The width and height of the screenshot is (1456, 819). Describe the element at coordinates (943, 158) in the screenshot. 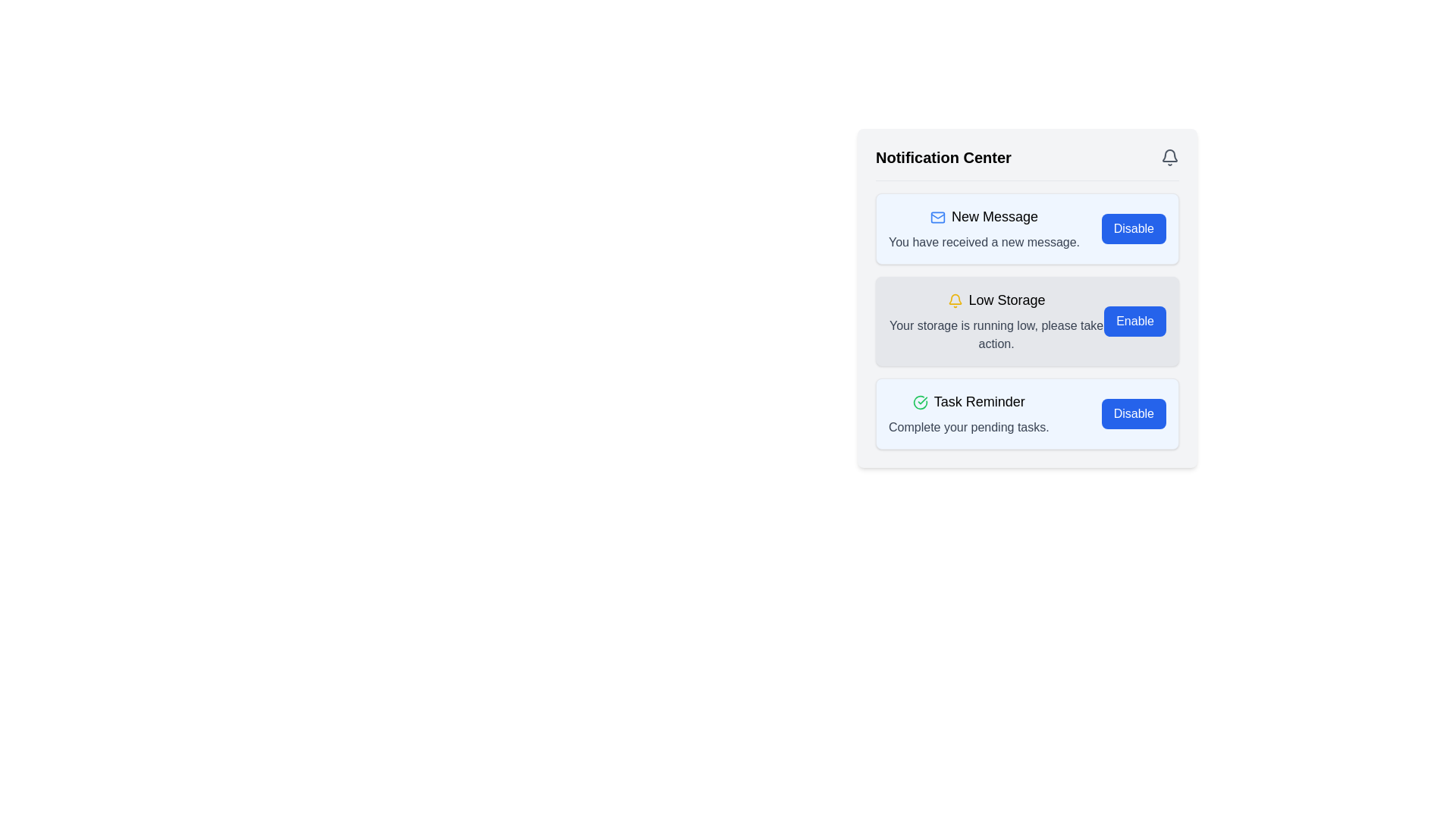

I see `the bold title text that says 'Notification Center', prominently displayed at the top of the panel` at that location.